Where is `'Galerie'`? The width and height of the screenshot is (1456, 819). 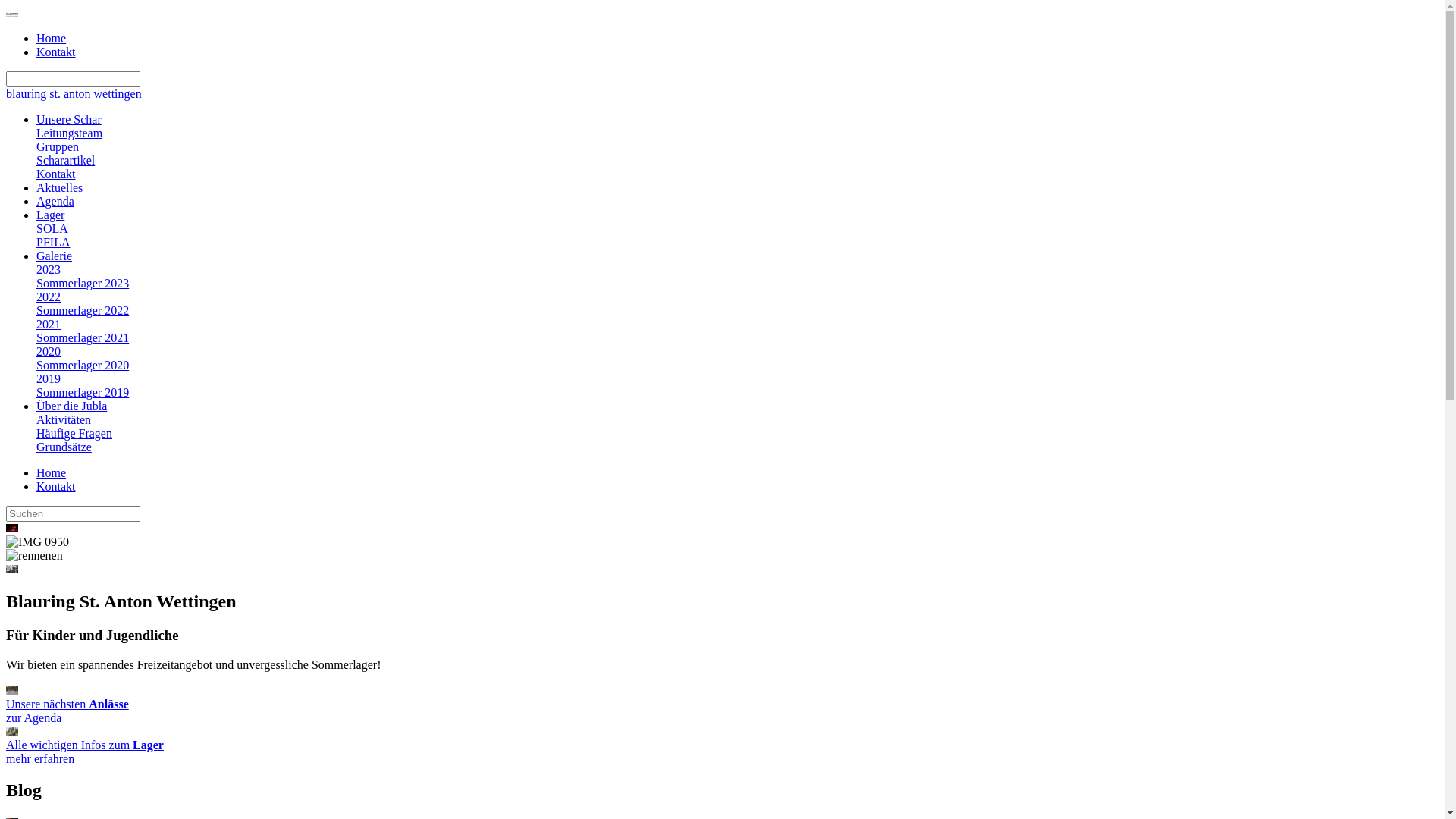
'Galerie' is located at coordinates (54, 255).